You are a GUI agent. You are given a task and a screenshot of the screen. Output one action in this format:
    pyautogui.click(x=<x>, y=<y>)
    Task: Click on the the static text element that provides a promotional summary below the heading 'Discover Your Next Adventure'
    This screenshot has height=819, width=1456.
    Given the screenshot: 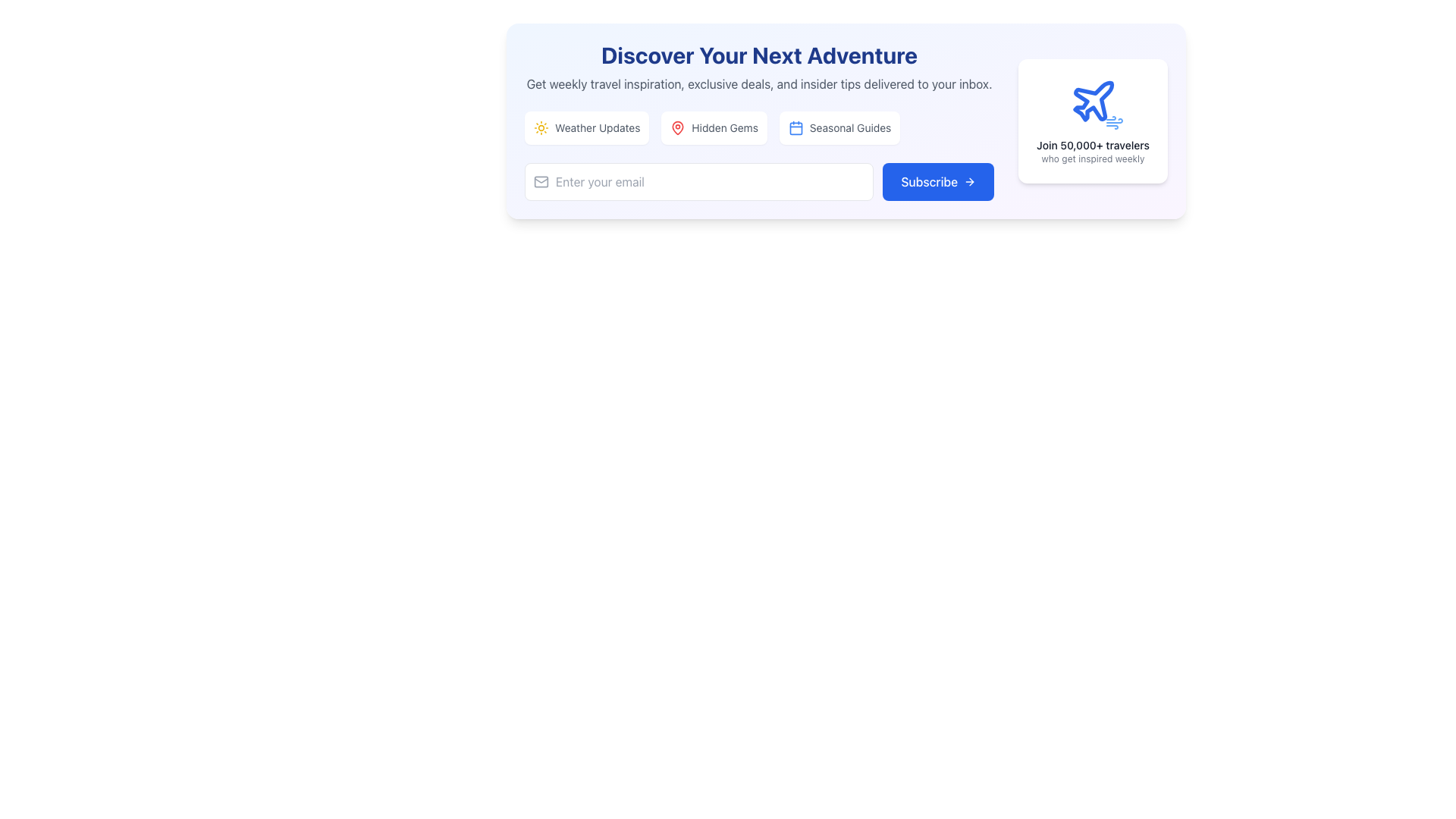 What is the action you would take?
    pyautogui.click(x=759, y=84)
    